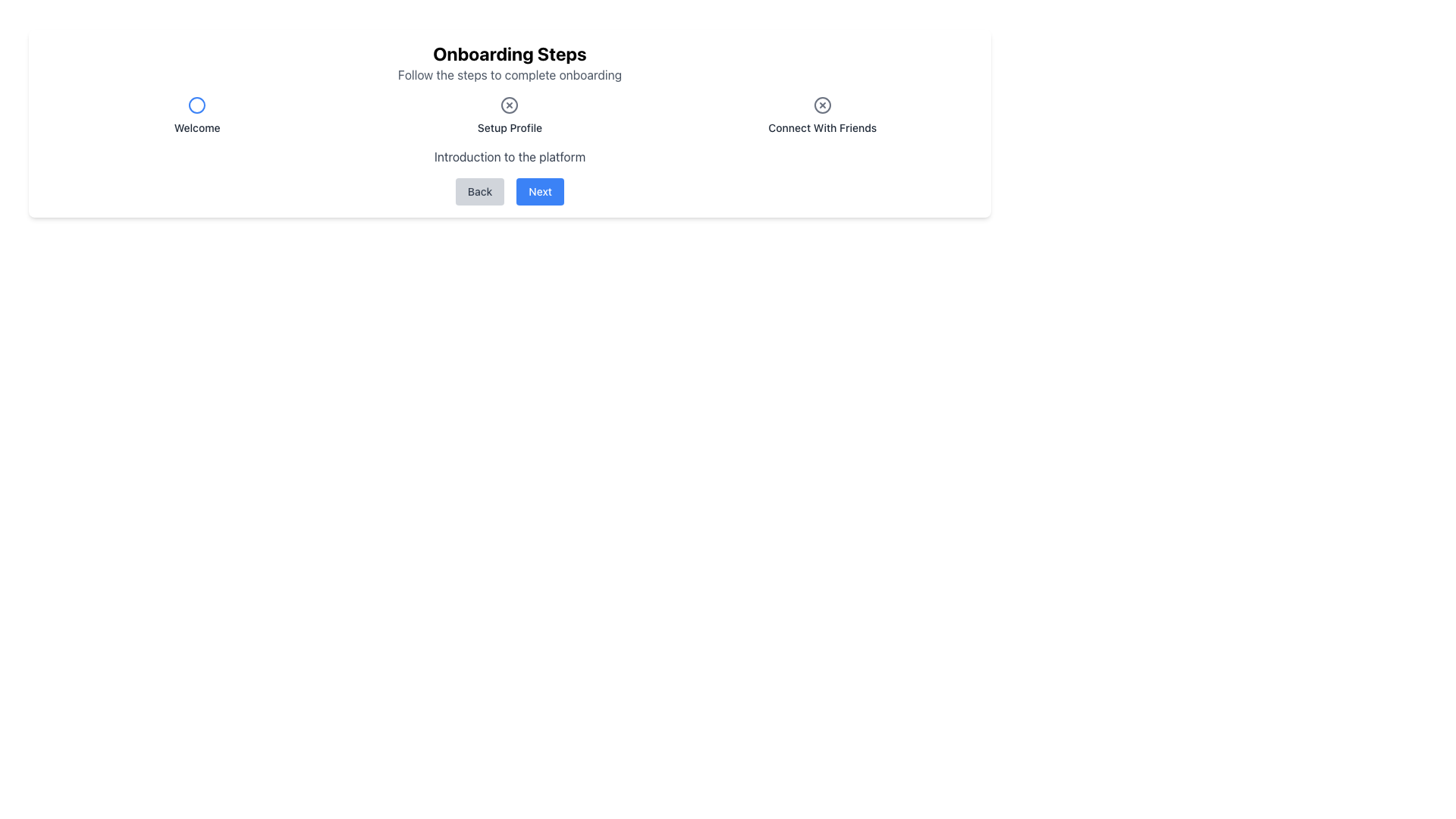 This screenshot has height=819, width=1456. Describe the element at coordinates (510, 75) in the screenshot. I see `the text element that reads 'Follow the steps to complete onboarding', which is styled in gray and located directly below the heading 'Onboarding Steps'` at that location.